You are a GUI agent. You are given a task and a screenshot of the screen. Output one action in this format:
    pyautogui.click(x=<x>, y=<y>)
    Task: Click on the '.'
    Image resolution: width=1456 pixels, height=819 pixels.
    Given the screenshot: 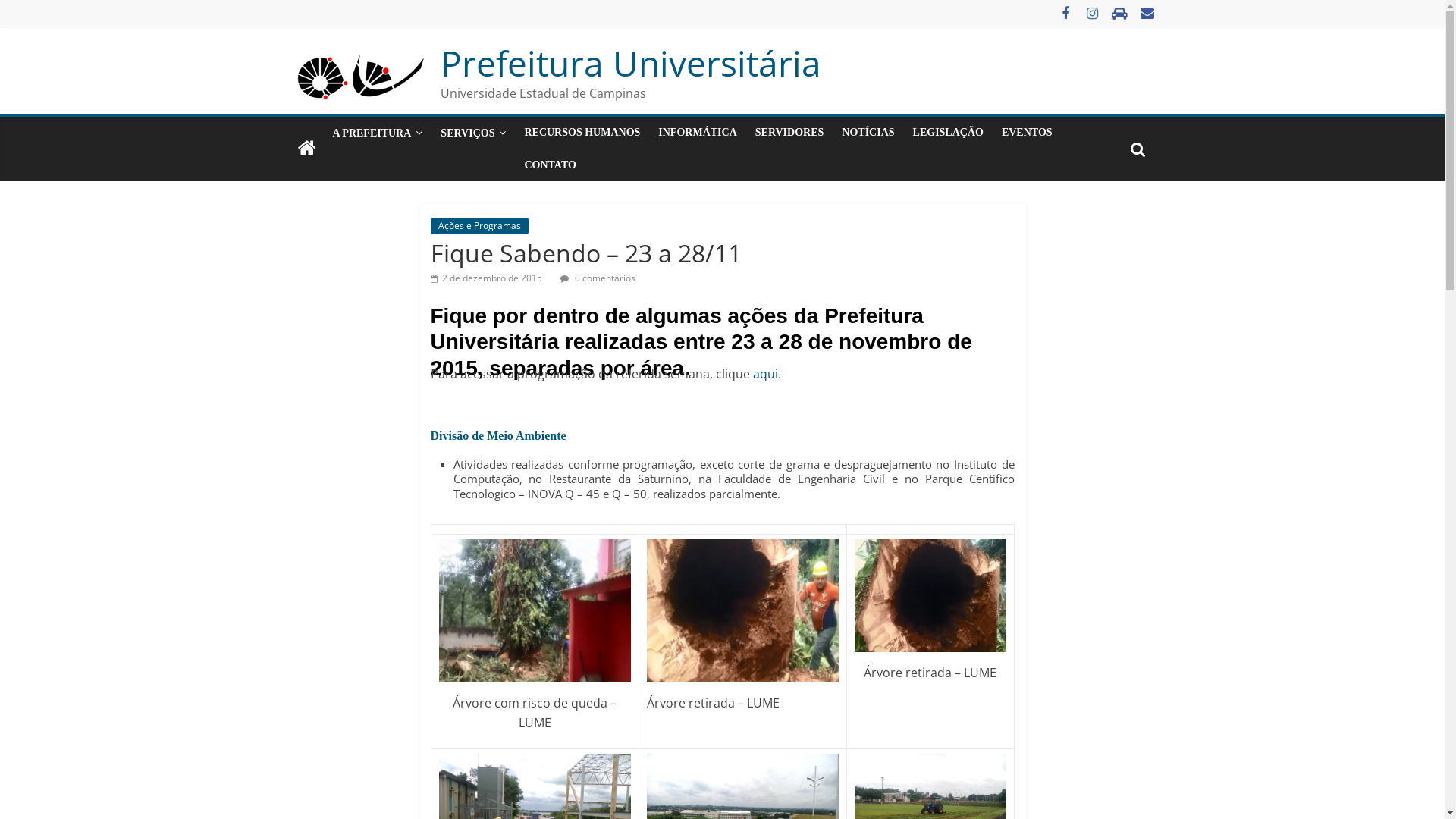 What is the action you would take?
    pyautogui.click(x=779, y=374)
    